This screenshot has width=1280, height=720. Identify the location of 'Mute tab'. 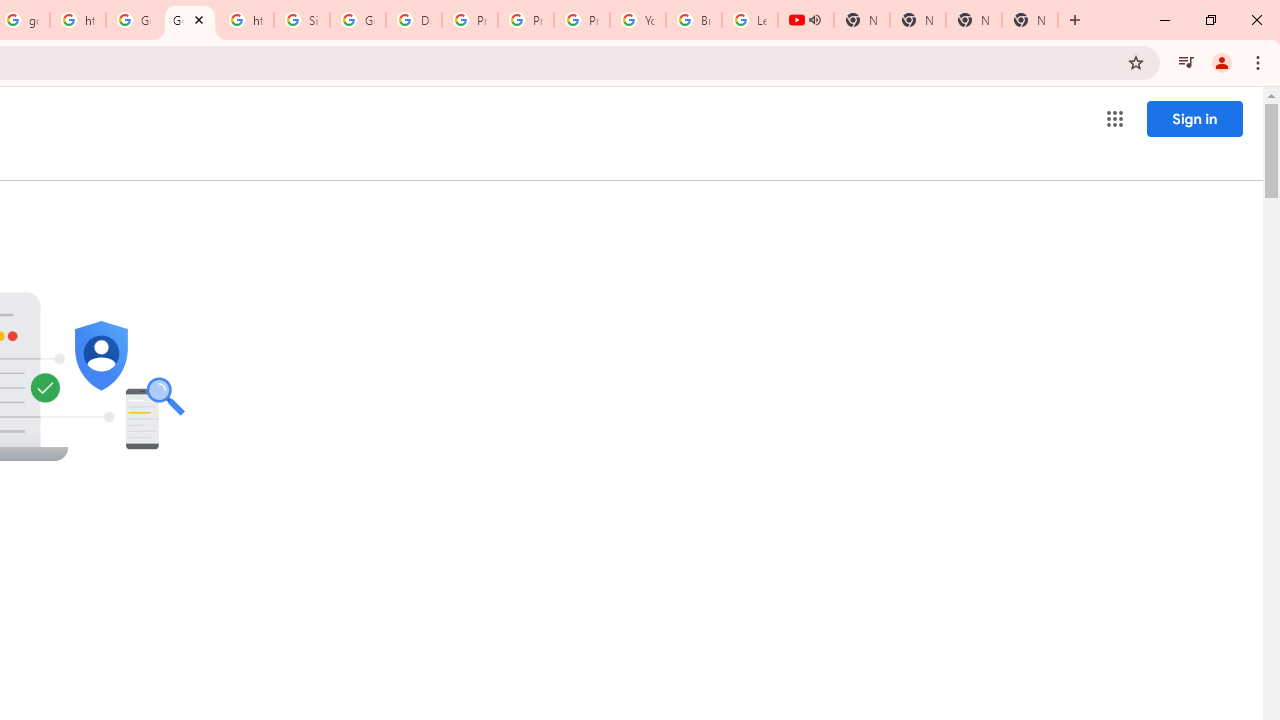
(814, 20).